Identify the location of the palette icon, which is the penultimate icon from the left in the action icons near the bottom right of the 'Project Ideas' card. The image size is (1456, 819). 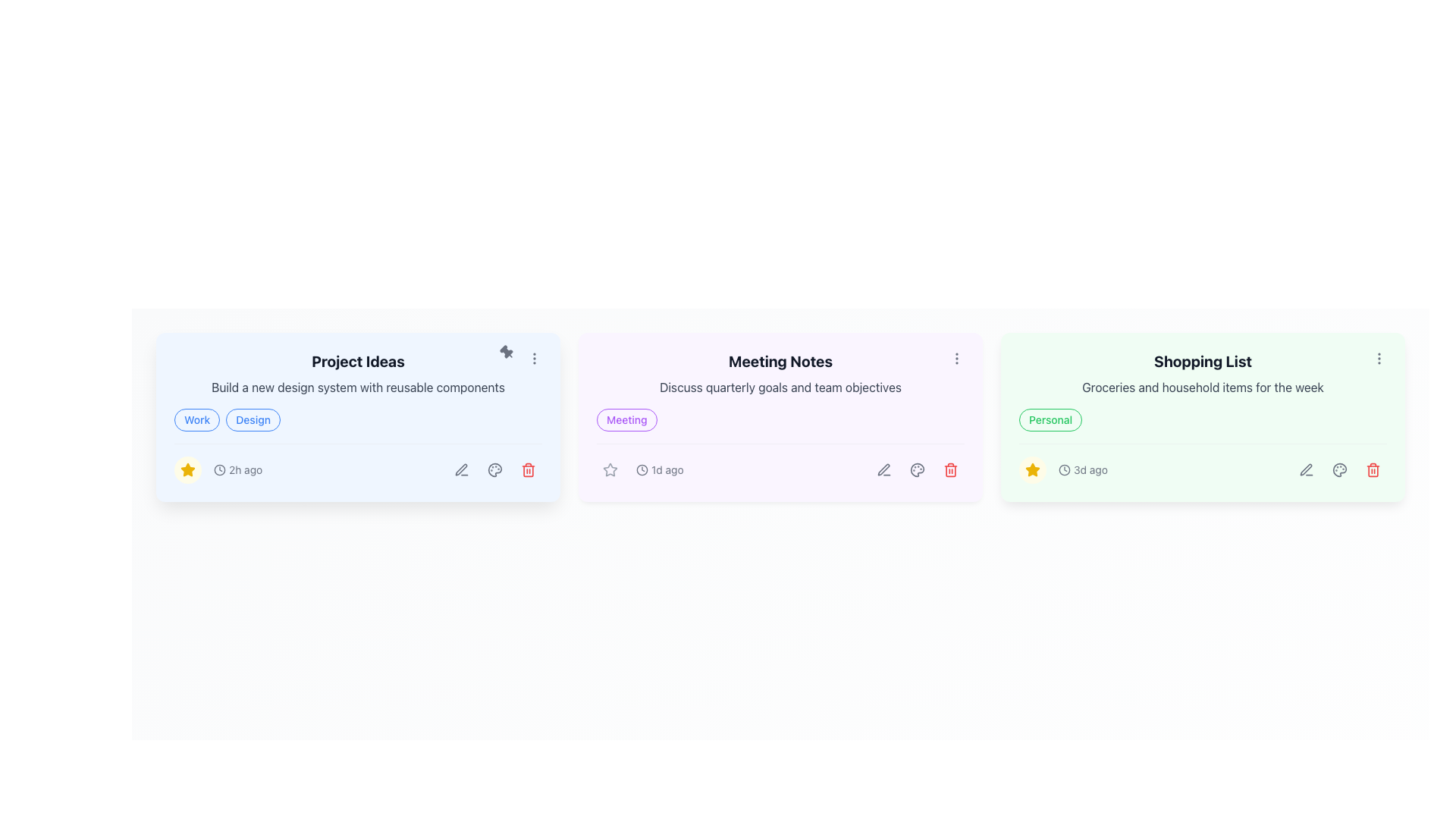
(494, 469).